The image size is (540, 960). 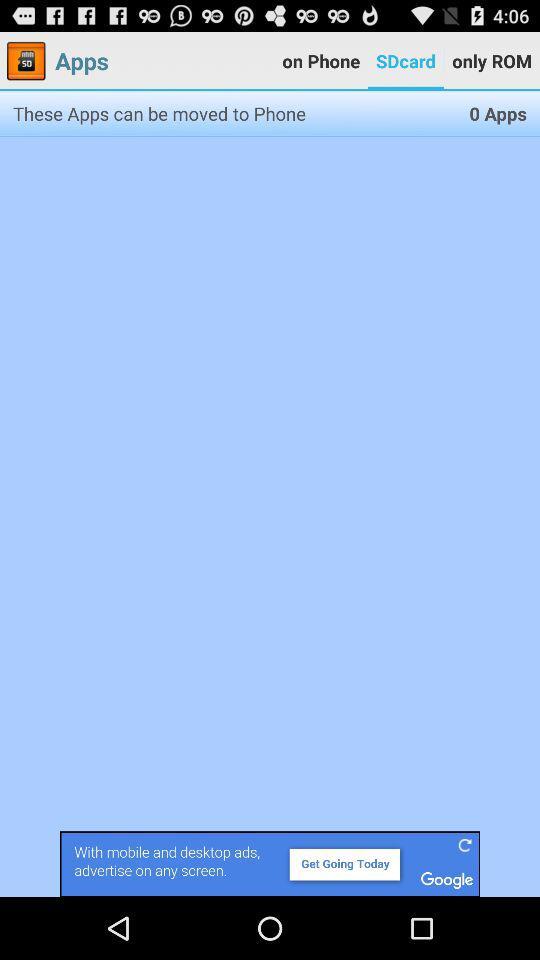 What do you see at coordinates (270, 863) in the screenshot?
I see `open an advertisement` at bounding box center [270, 863].